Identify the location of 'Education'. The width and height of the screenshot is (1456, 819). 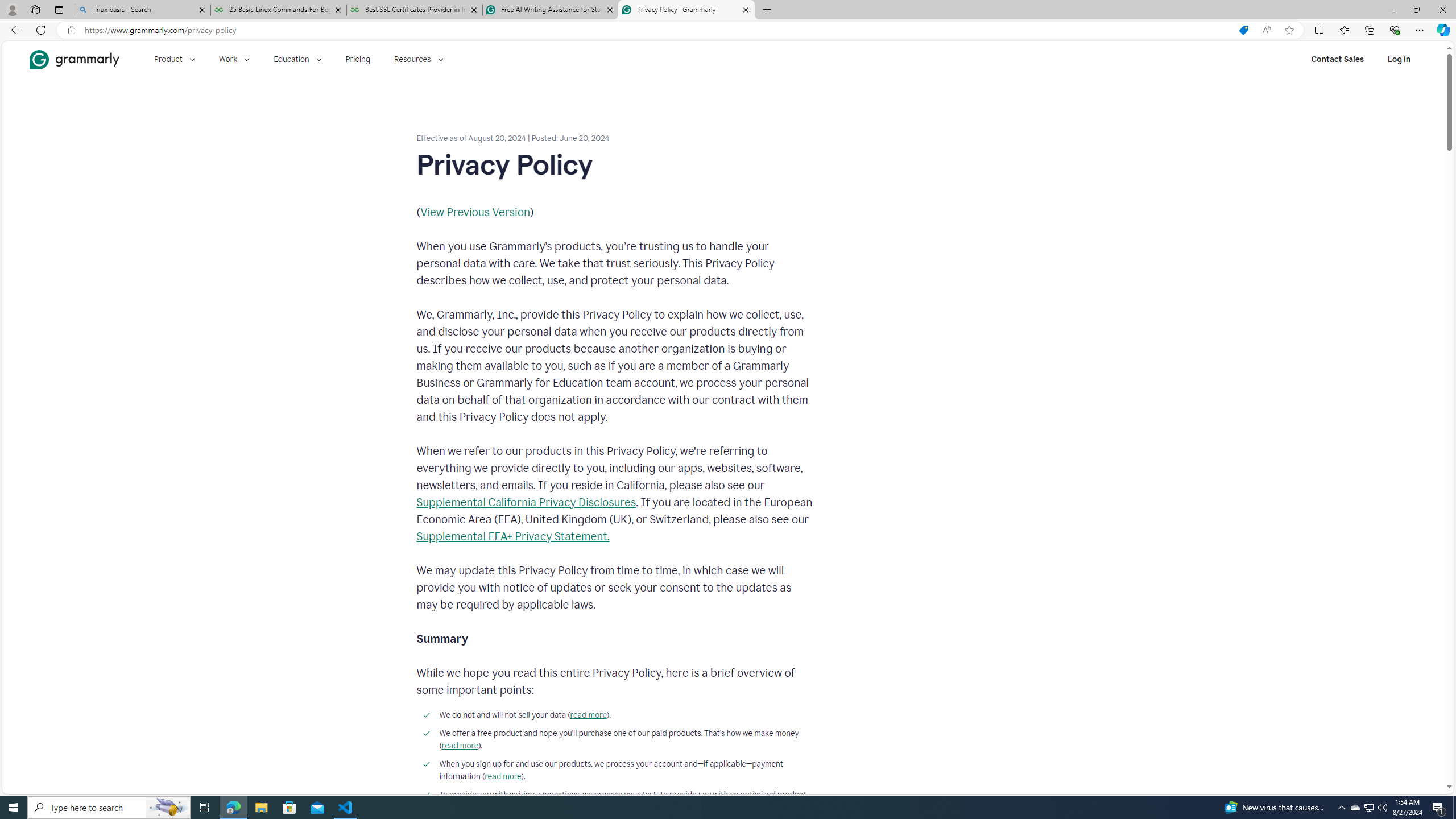
(297, 59).